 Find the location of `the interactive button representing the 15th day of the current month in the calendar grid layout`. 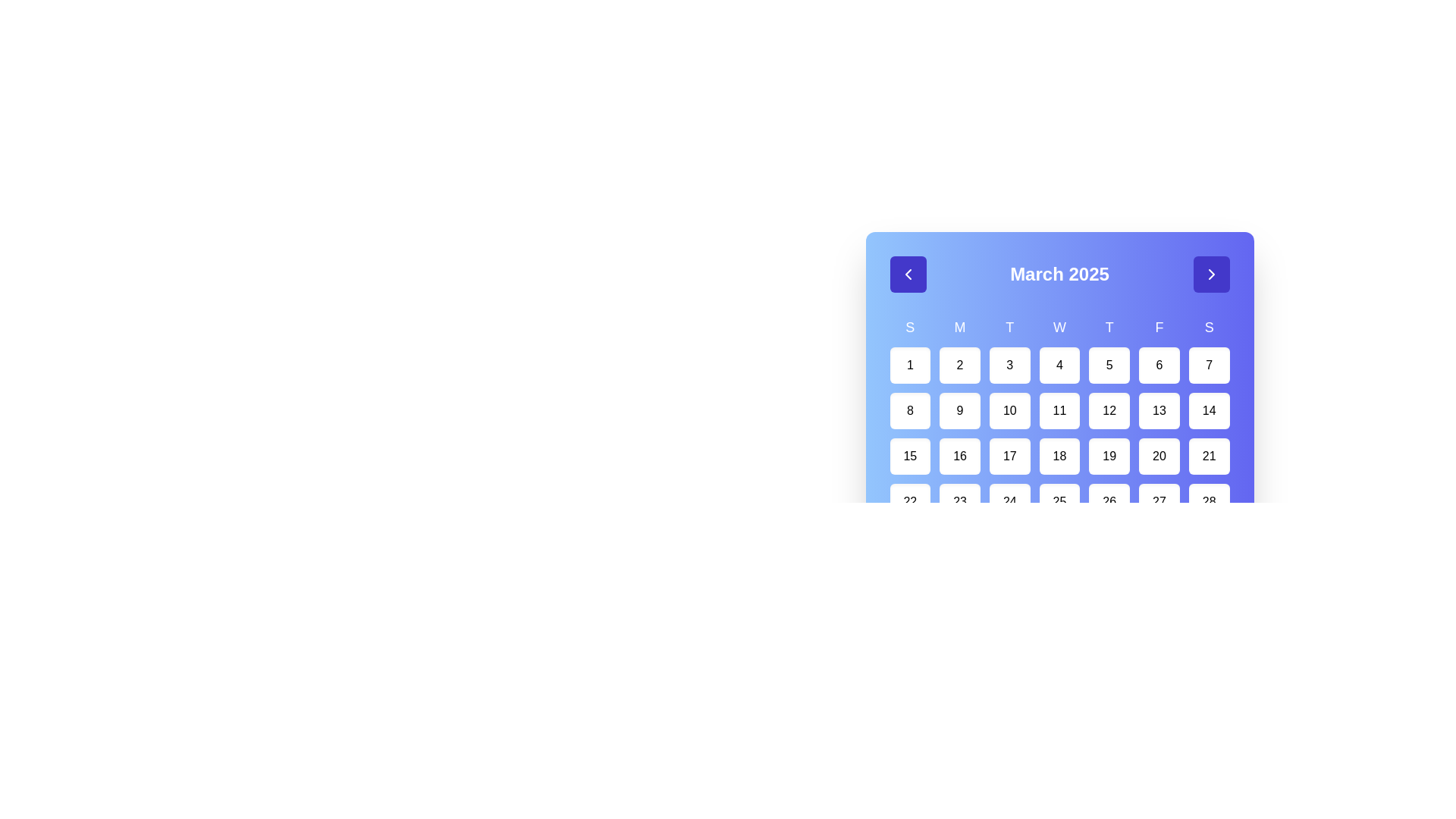

the interactive button representing the 15th day of the current month in the calendar grid layout is located at coordinates (910, 455).